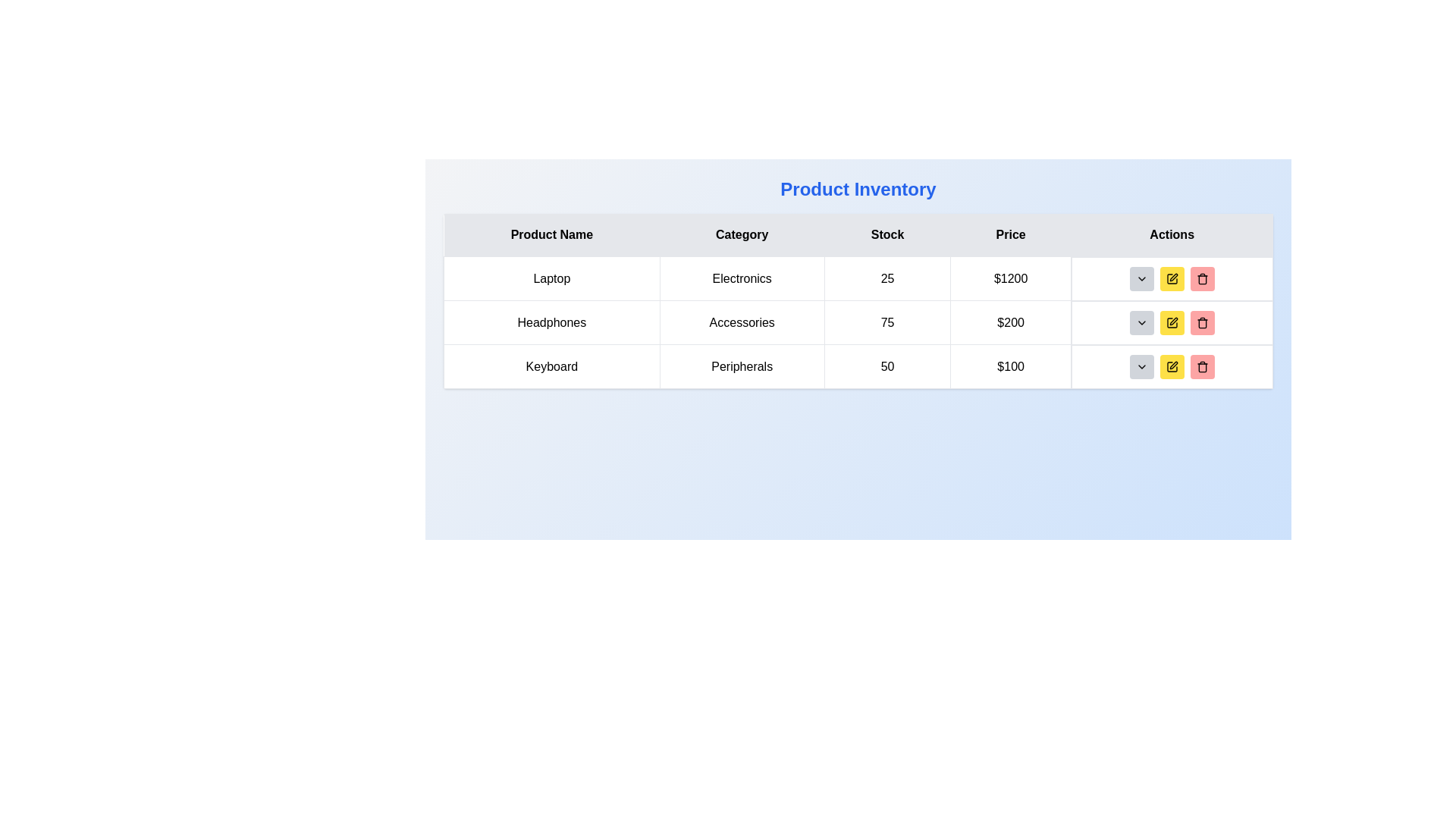 This screenshot has height=819, width=1456. I want to click on the price label displaying '$200' for the 'Headphones Accessories' in the 'Price' column of the Accessories category, so click(1011, 322).